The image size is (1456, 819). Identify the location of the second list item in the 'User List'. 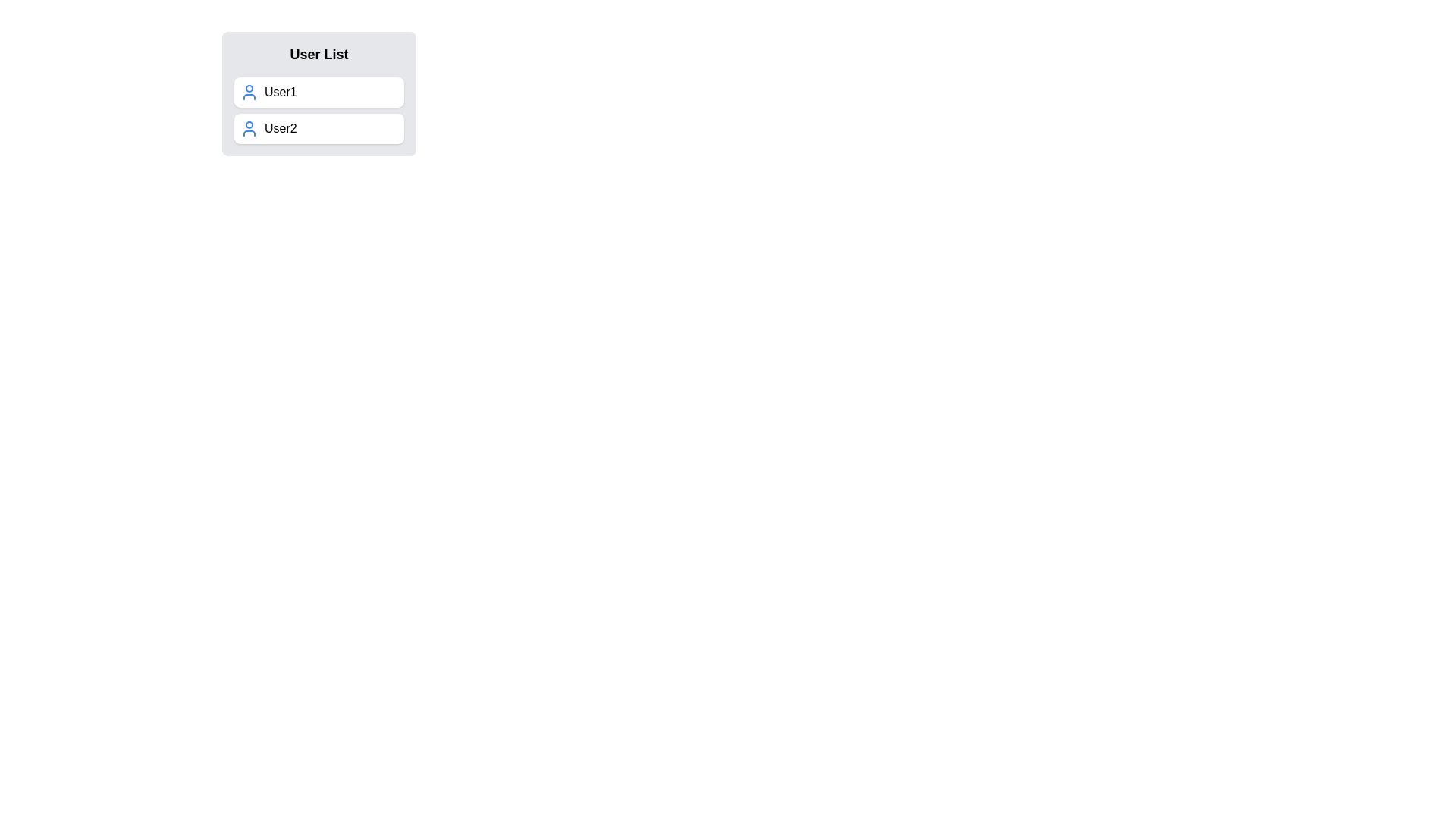
(318, 127).